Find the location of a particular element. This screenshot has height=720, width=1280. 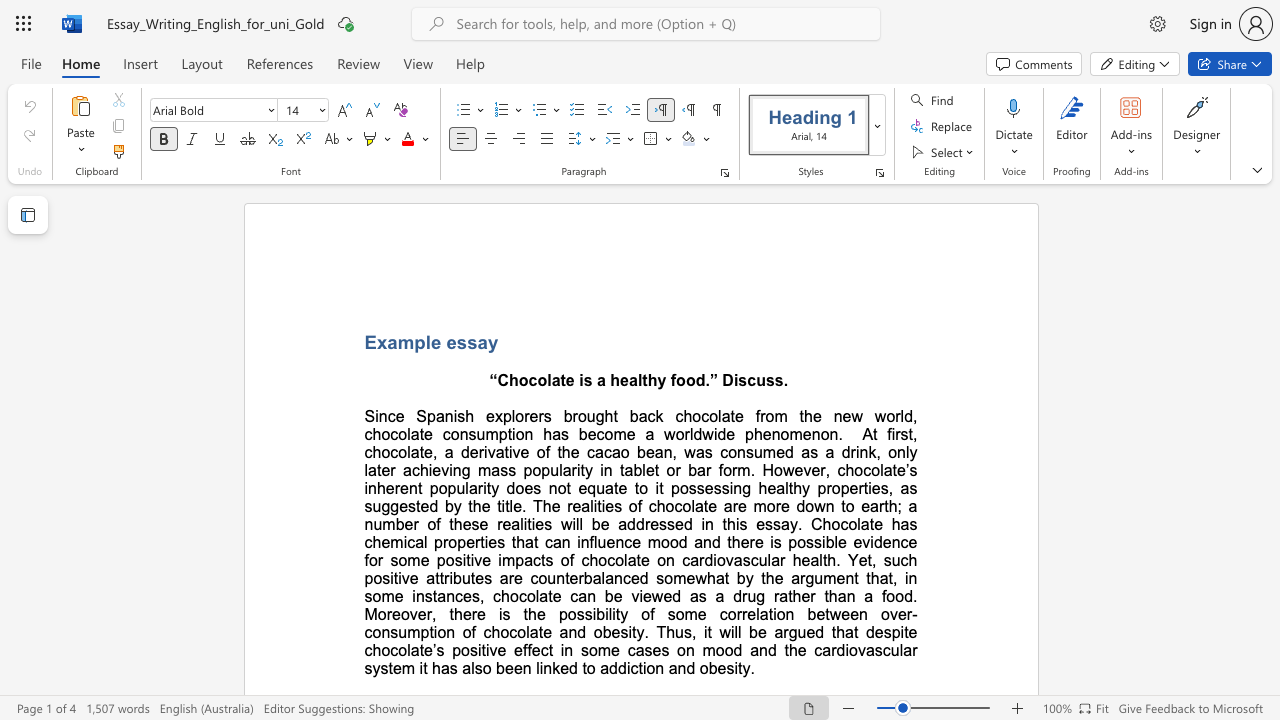

the subset text "rldwide phenom" within the text "Since Spanish explorers brought back chocolate from the new world, chocolate consumption has become a worldwide phenomenon" is located at coordinates (684, 433).